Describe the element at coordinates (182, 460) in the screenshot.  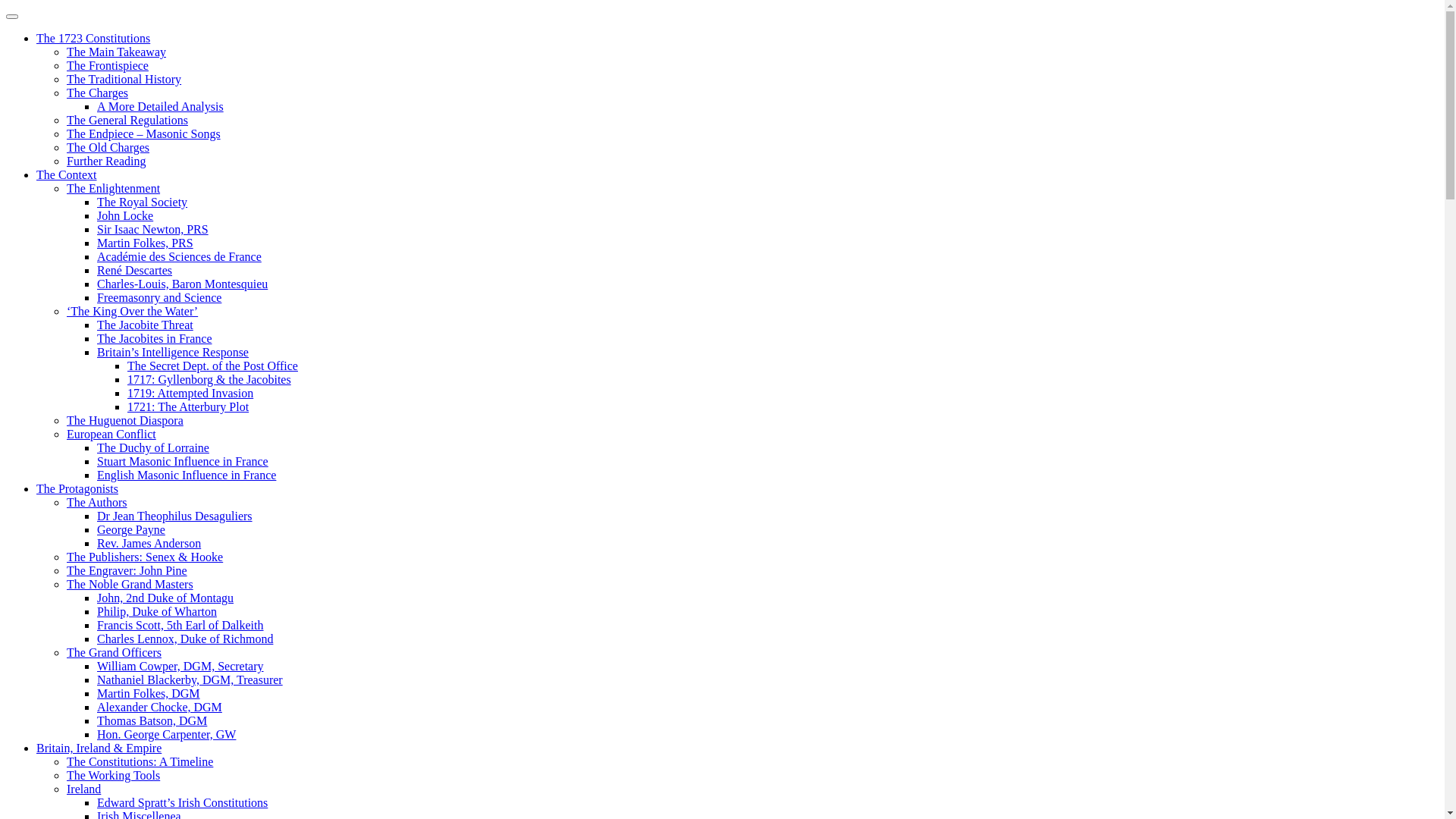
I see `'Stuart Masonic Influence in France'` at that location.